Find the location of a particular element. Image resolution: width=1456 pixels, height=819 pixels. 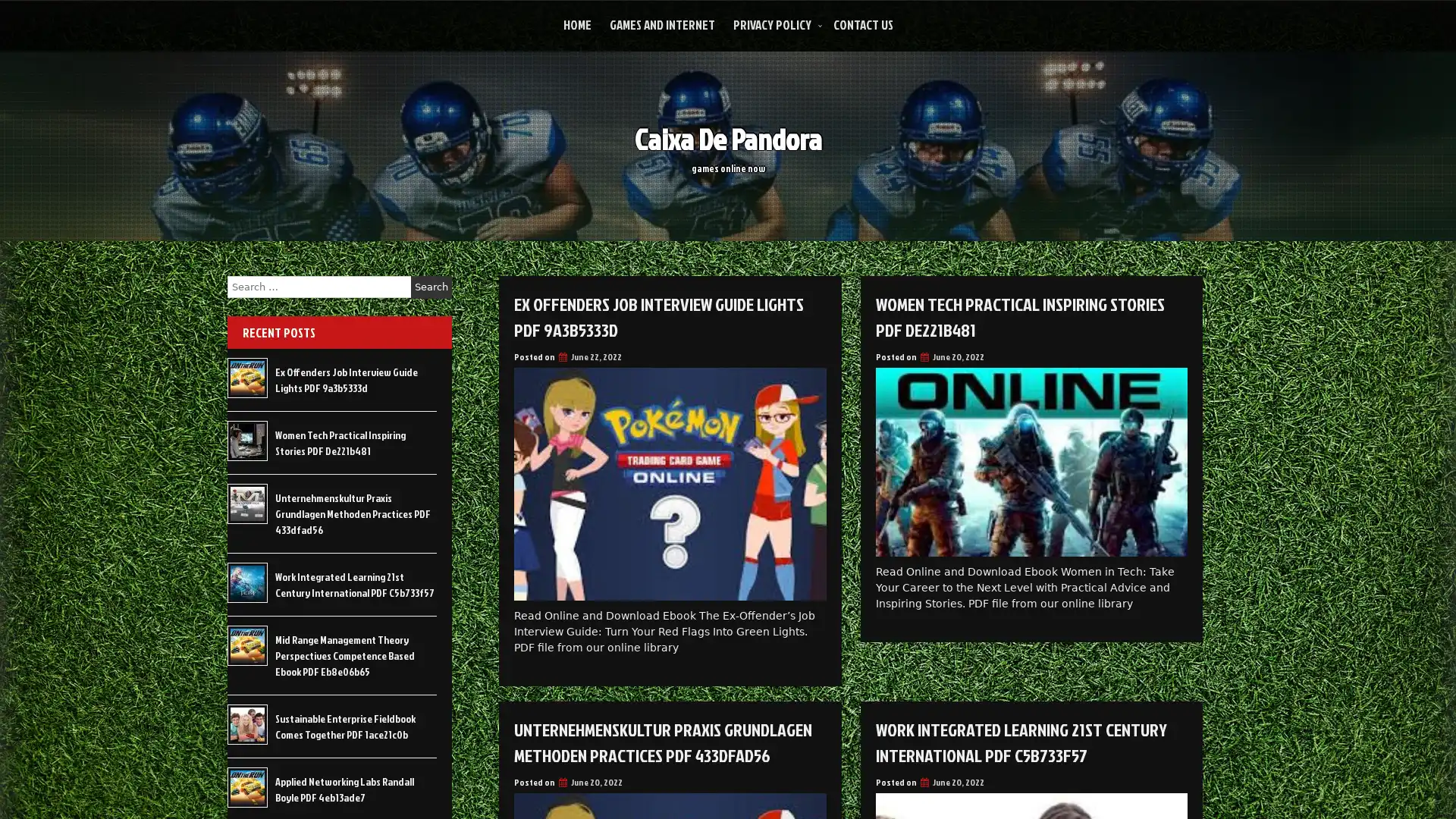

Search is located at coordinates (431, 287).